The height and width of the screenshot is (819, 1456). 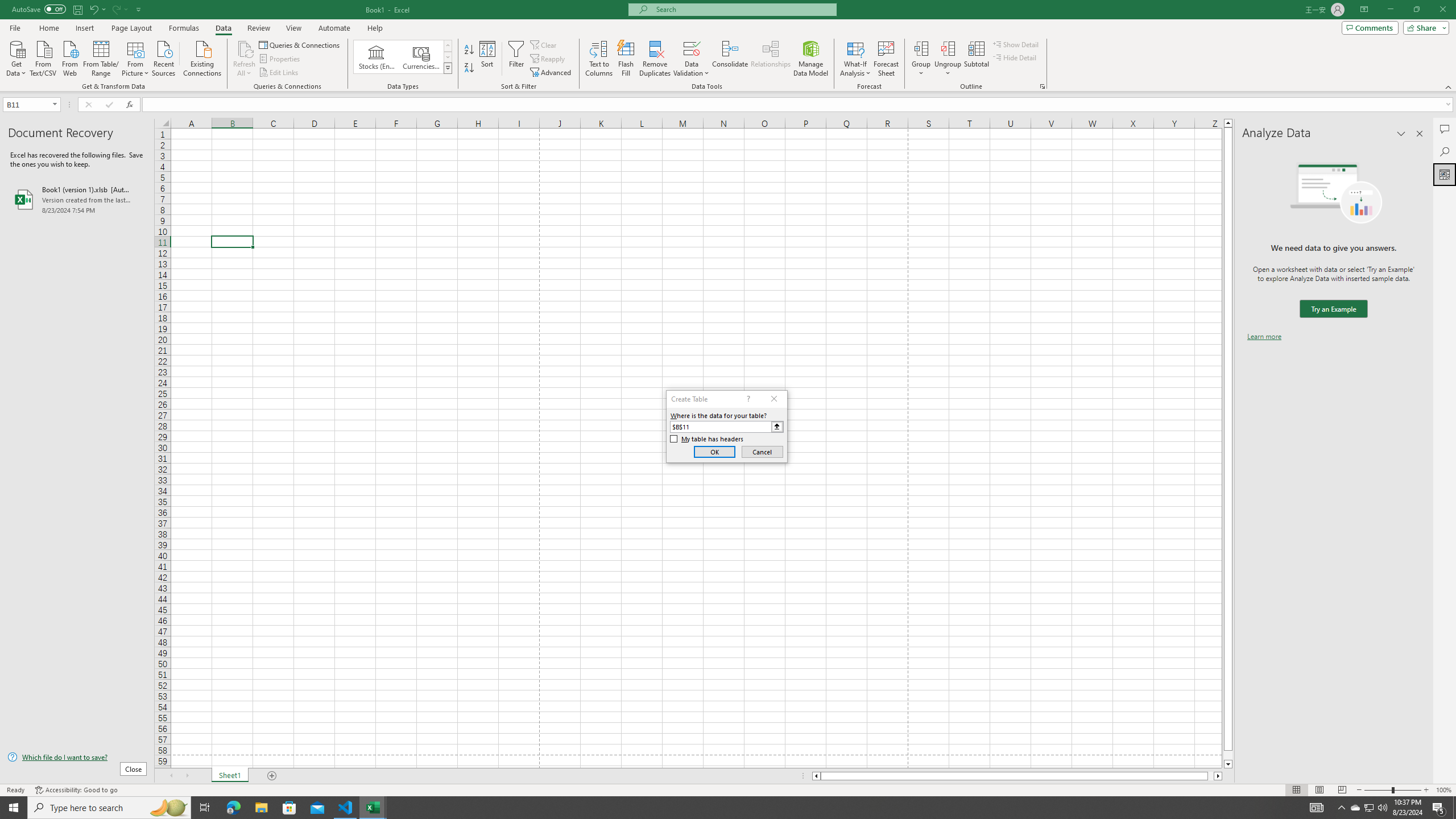 I want to click on 'AutomationID: ConvertToLinkedEntity', so click(x=403, y=56).